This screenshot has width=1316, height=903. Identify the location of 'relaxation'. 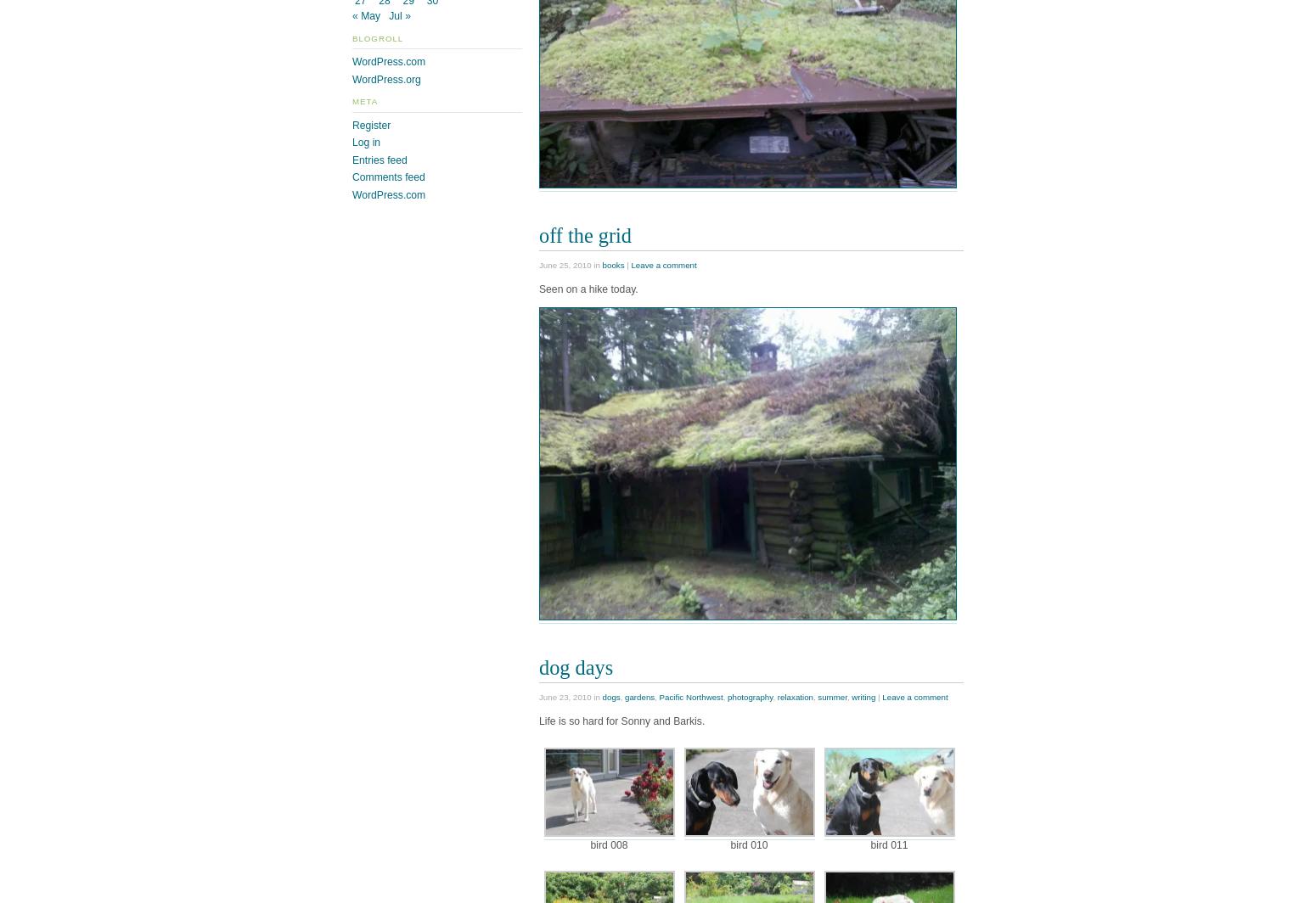
(794, 696).